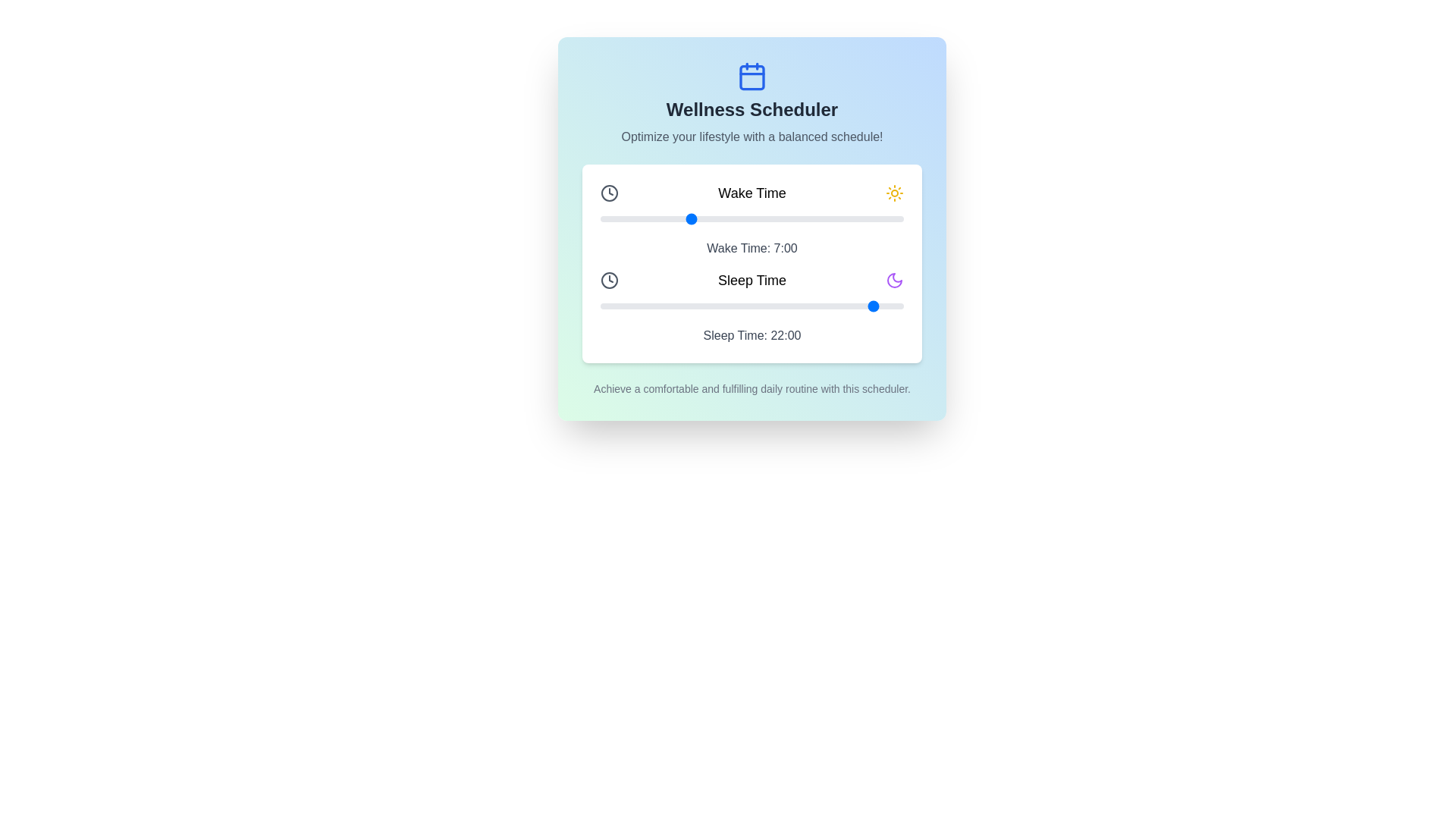 The height and width of the screenshot is (819, 1456). Describe the element at coordinates (739, 306) in the screenshot. I see `the time` at that location.